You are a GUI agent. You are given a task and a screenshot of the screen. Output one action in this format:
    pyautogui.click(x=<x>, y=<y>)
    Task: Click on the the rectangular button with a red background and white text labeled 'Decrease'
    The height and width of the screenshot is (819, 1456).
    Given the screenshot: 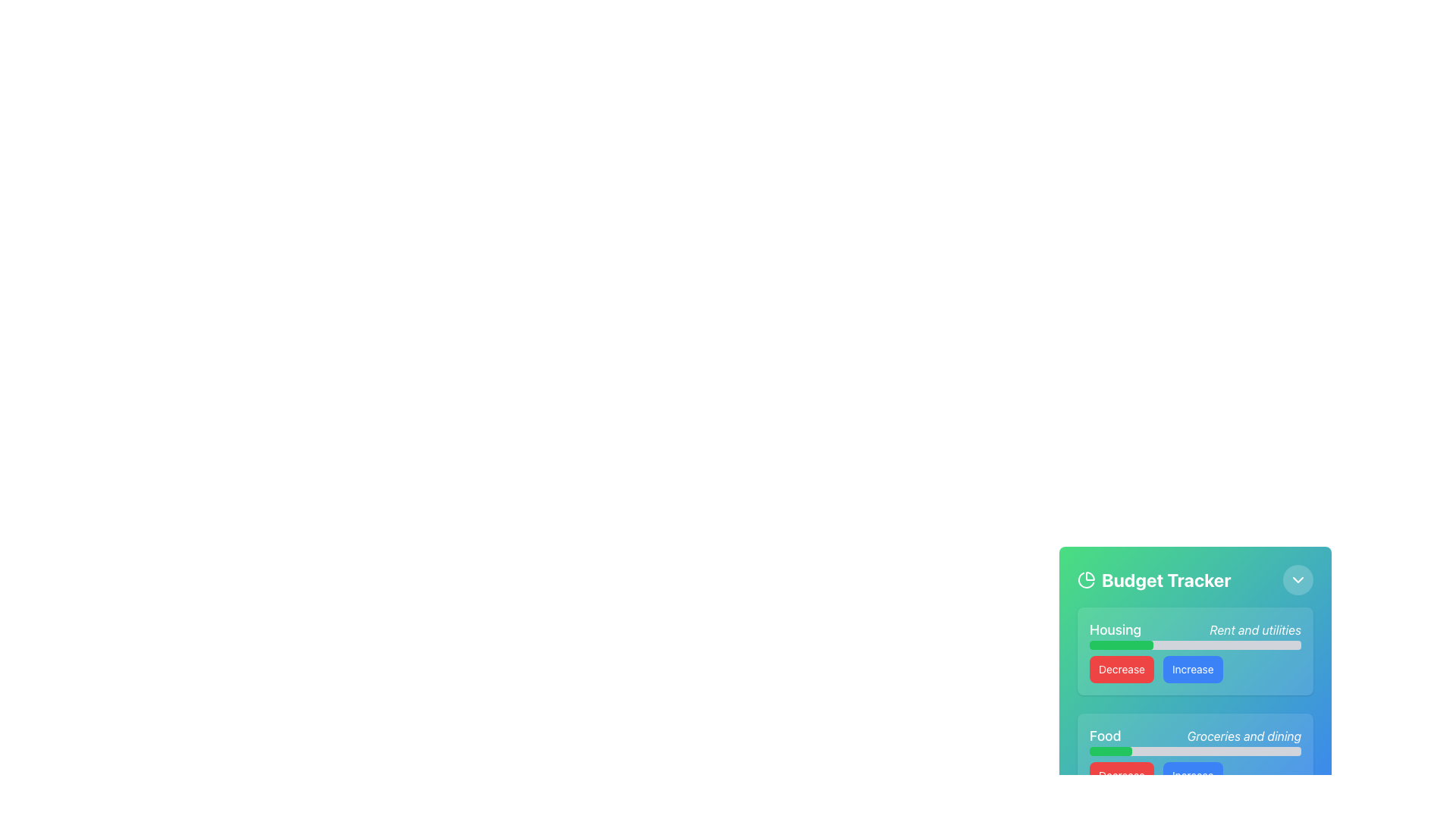 What is the action you would take?
    pyautogui.click(x=1122, y=775)
    